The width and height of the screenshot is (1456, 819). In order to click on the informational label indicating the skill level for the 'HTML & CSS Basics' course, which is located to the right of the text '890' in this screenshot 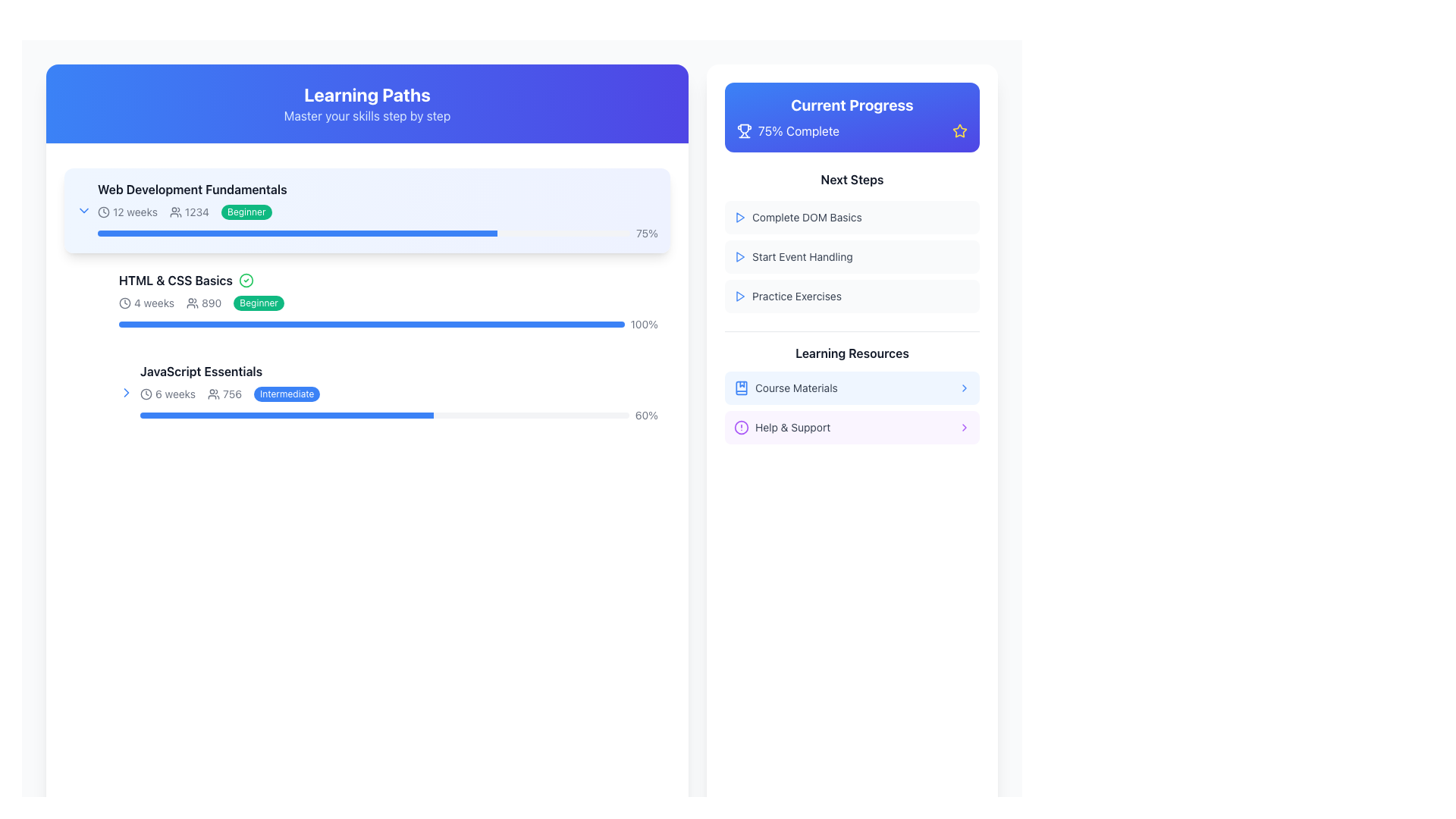, I will do `click(259, 303)`.